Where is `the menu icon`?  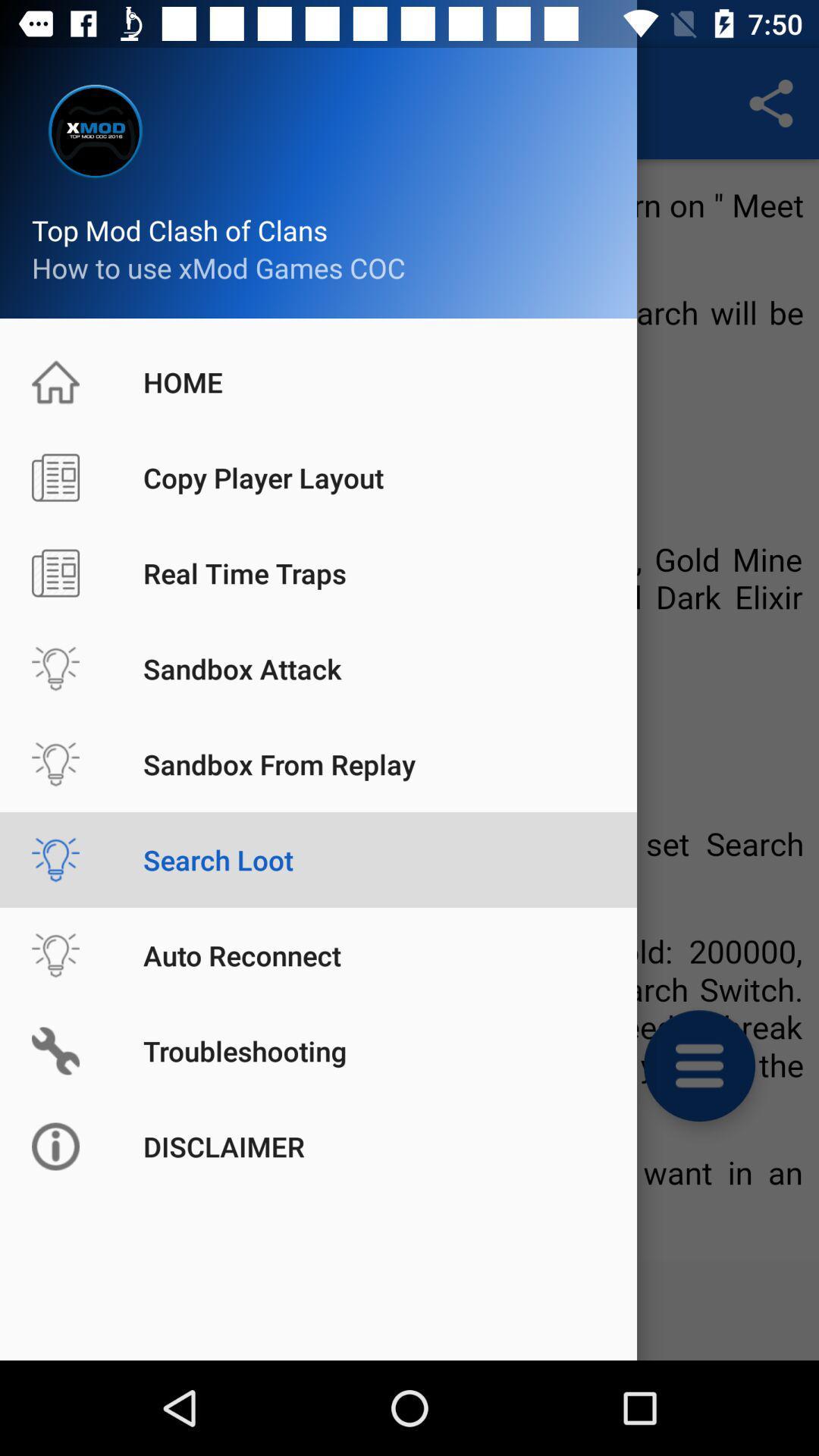
the menu icon is located at coordinates (699, 1065).